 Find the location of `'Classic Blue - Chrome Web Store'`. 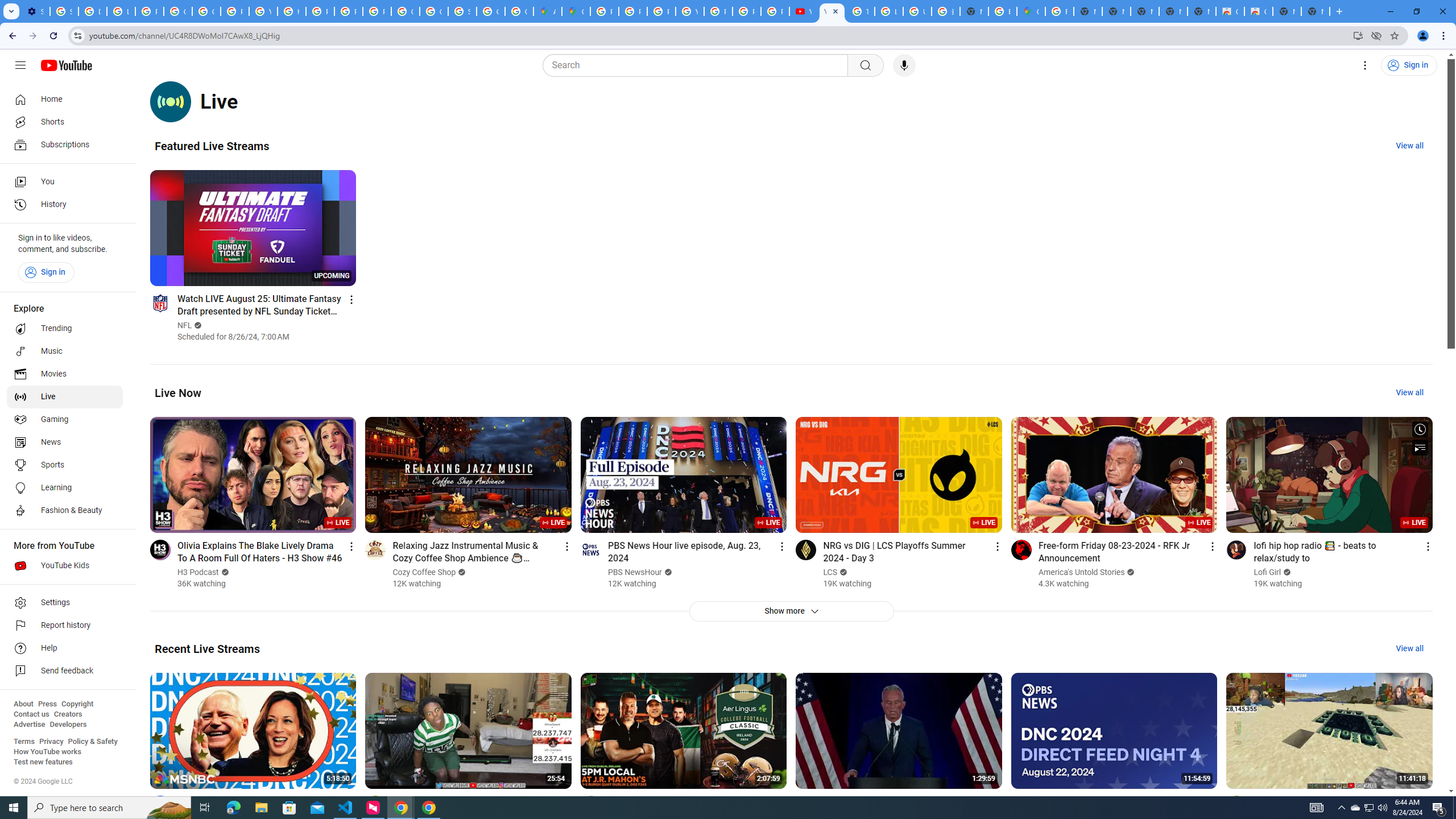

'Classic Blue - Chrome Web Store' is located at coordinates (1230, 11).